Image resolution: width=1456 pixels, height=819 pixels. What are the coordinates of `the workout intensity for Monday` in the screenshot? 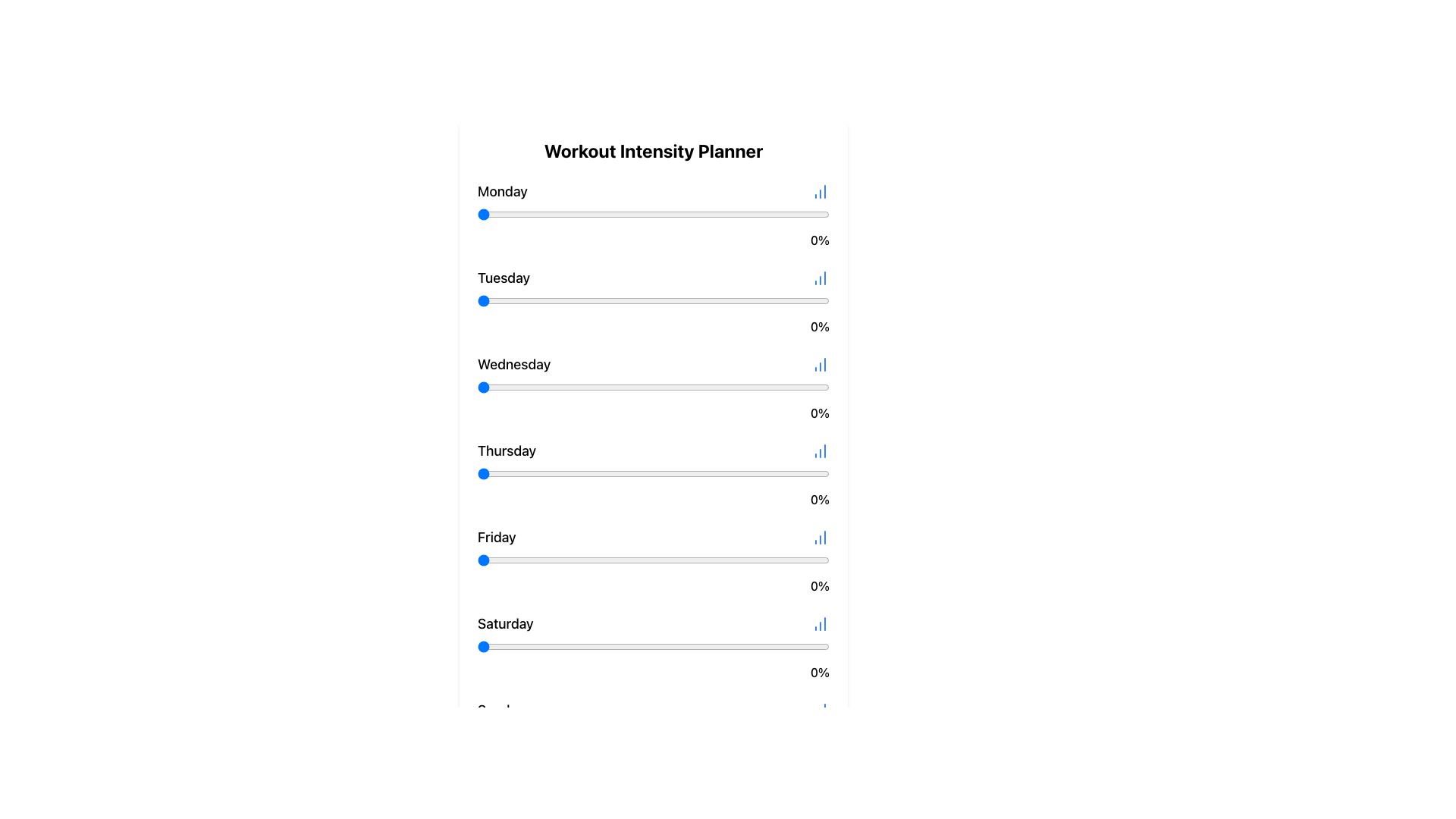 It's located at (808, 214).